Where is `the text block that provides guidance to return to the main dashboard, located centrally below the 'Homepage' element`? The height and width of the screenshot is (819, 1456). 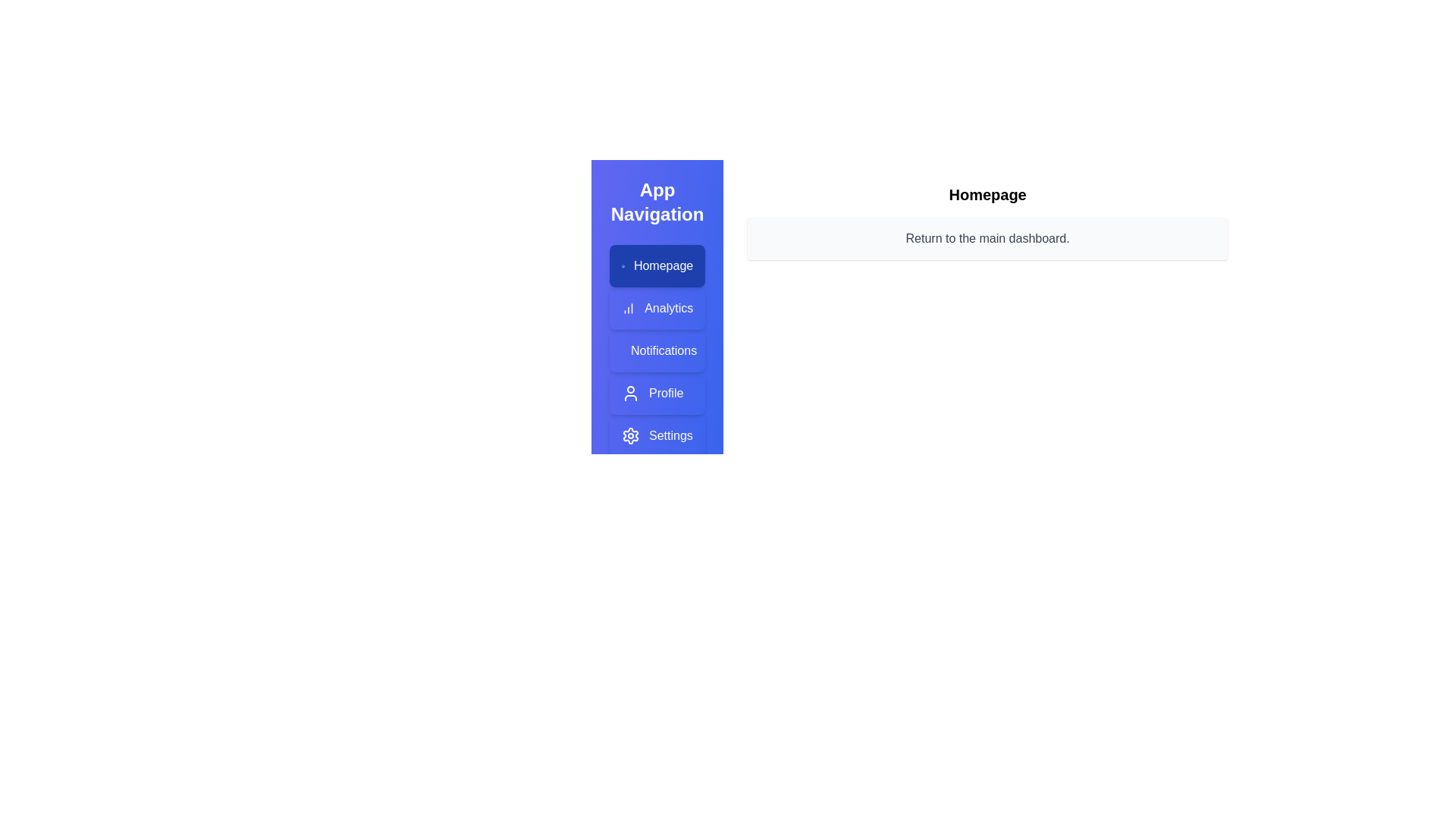
the text block that provides guidance to return to the main dashboard, located centrally below the 'Homepage' element is located at coordinates (987, 239).